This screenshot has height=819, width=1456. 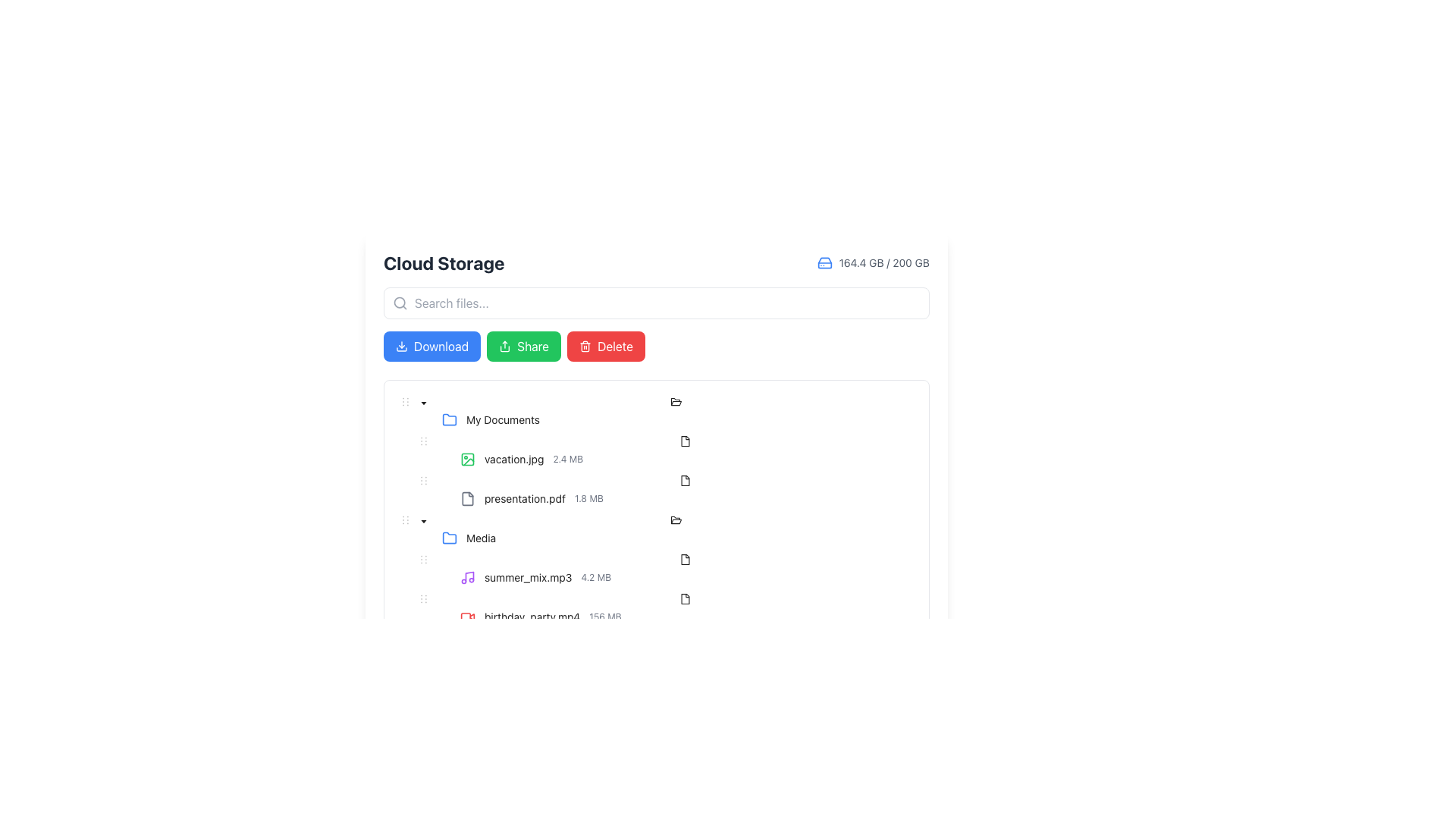 I want to click on the last file entry in the 'Media' folder within the file management system, so click(x=684, y=617).